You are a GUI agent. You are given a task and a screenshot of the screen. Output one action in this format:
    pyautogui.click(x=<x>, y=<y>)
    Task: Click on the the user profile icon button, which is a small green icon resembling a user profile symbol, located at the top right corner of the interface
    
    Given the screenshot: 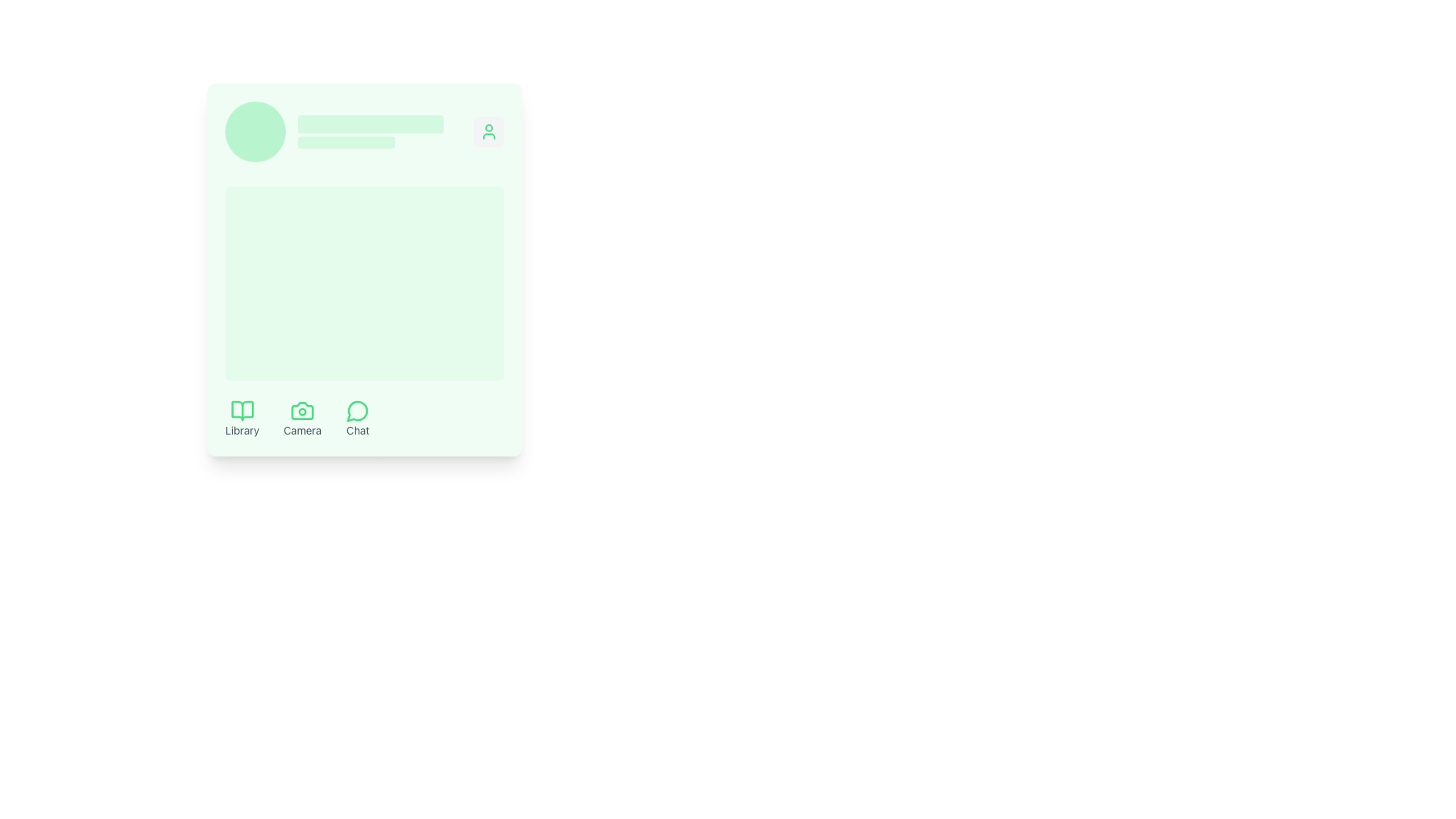 What is the action you would take?
    pyautogui.click(x=488, y=130)
    